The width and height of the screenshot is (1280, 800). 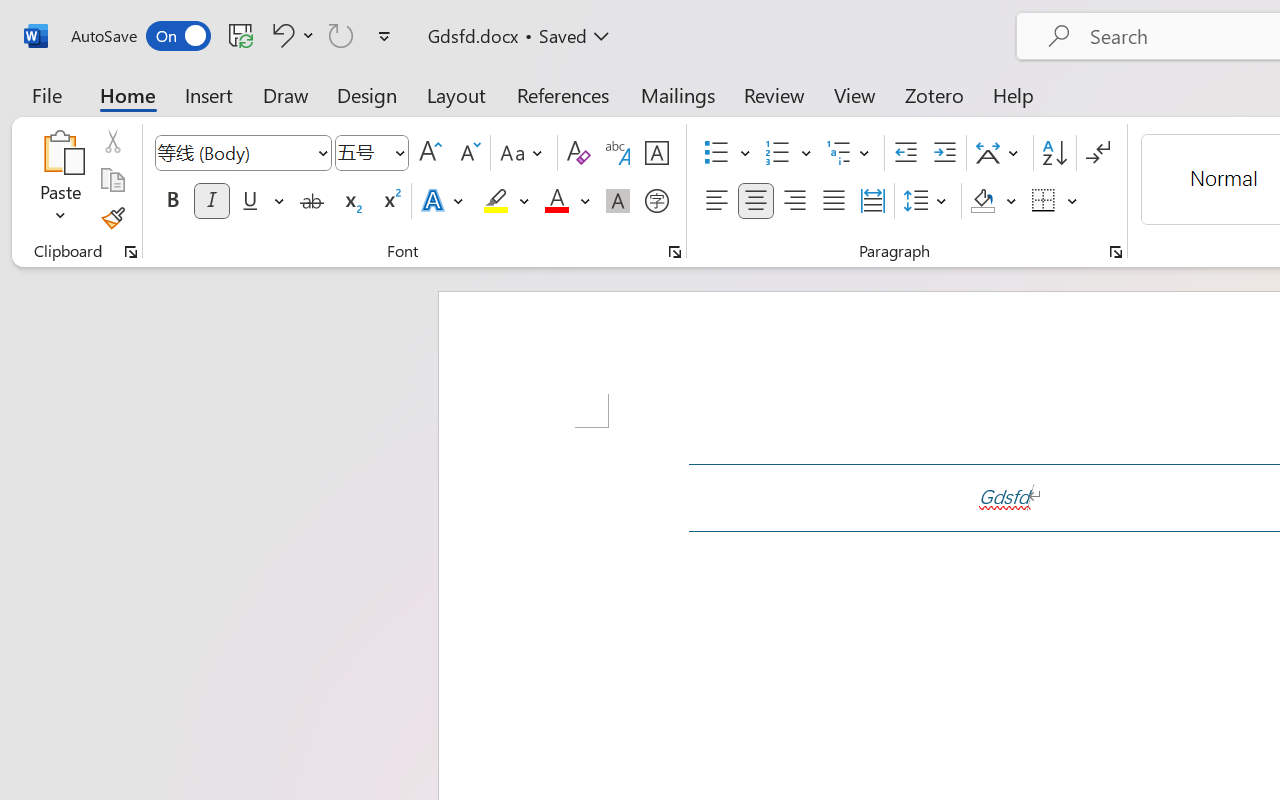 What do you see at coordinates (524, 153) in the screenshot?
I see `'Change Case'` at bounding box center [524, 153].